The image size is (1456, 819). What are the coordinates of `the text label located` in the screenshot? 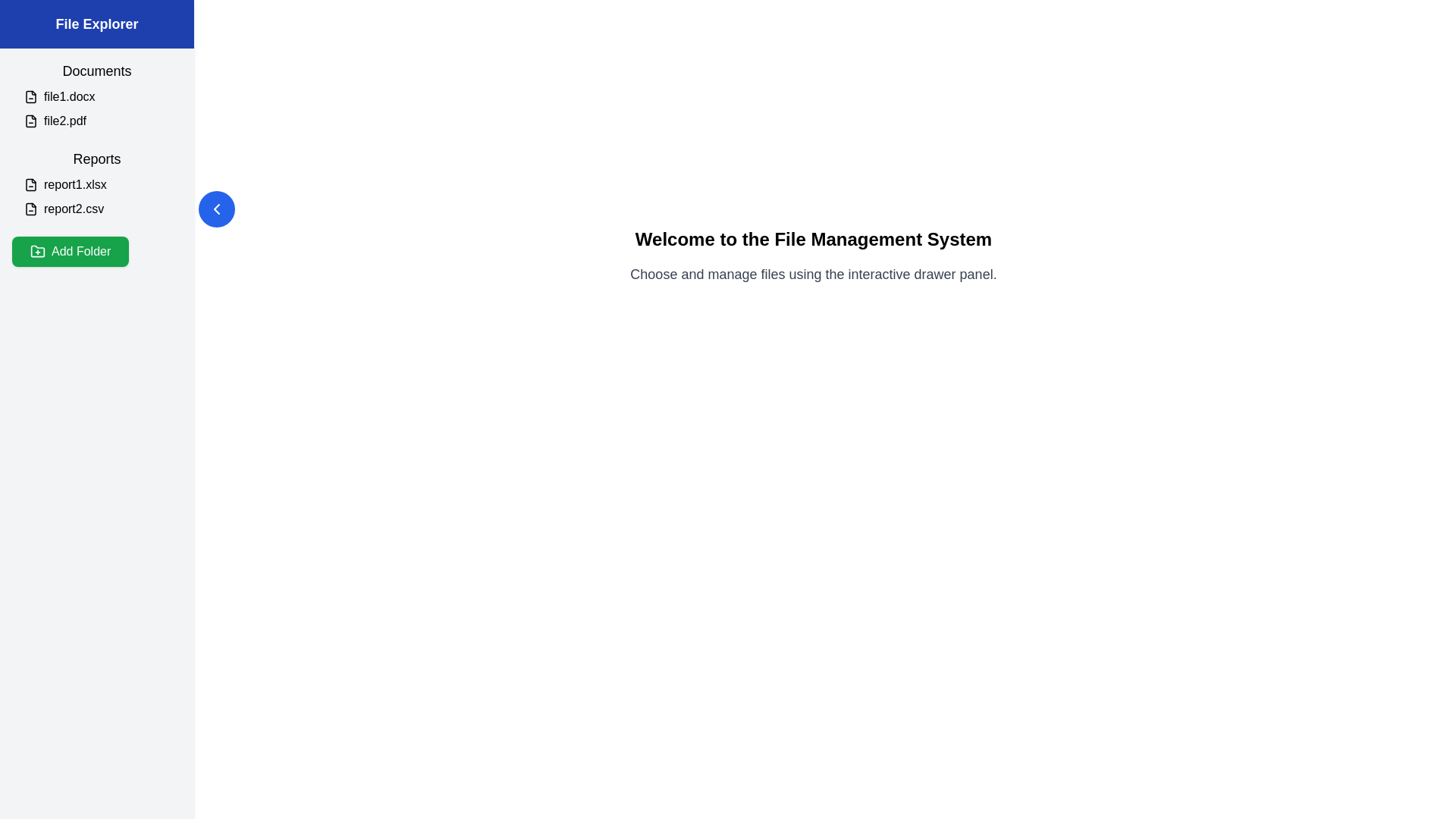 It's located at (96, 71).